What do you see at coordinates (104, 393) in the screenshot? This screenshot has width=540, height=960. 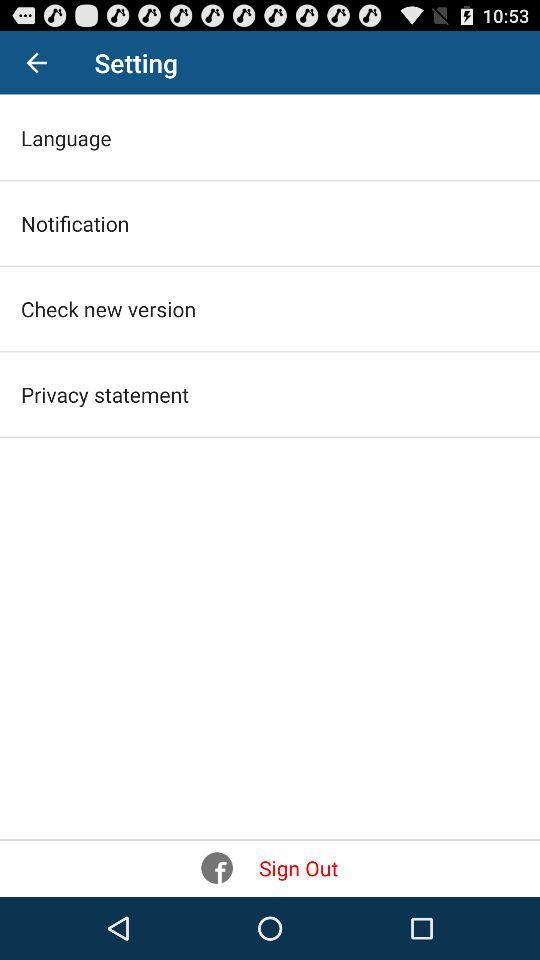 I see `privacy statement on the left` at bounding box center [104, 393].